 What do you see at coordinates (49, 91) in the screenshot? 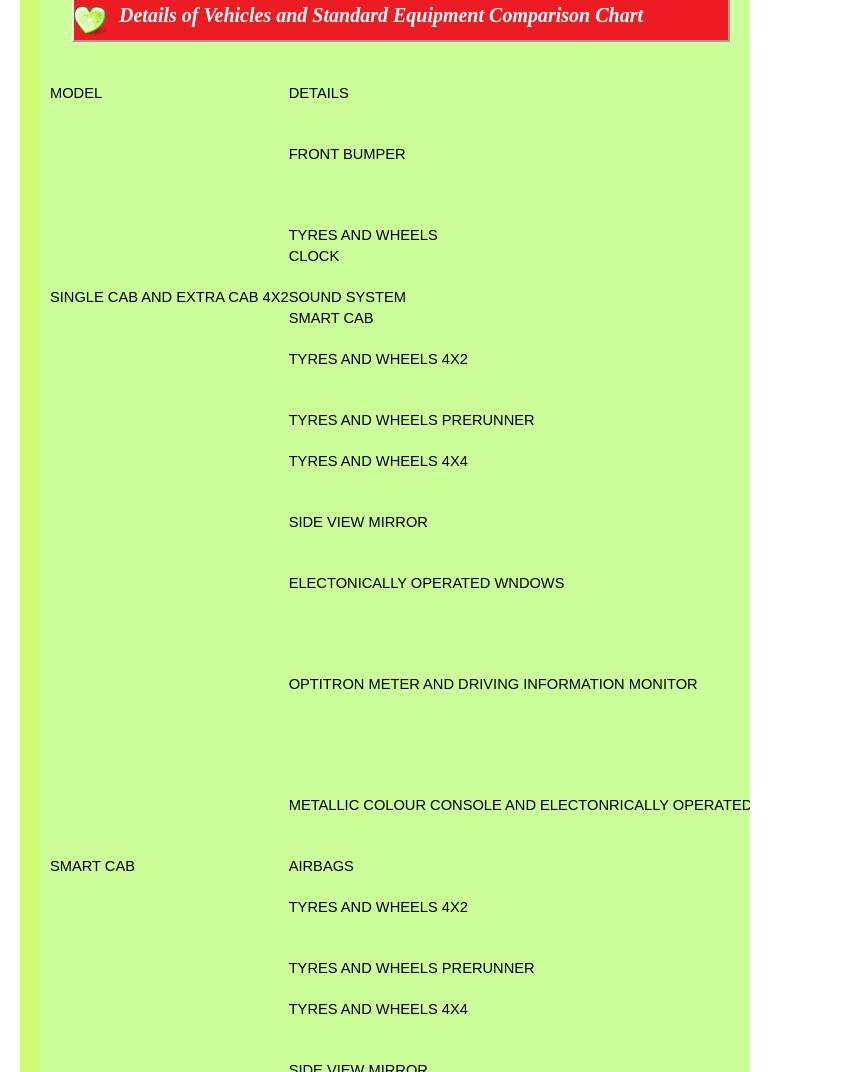
I see `'MODEL'` at bounding box center [49, 91].